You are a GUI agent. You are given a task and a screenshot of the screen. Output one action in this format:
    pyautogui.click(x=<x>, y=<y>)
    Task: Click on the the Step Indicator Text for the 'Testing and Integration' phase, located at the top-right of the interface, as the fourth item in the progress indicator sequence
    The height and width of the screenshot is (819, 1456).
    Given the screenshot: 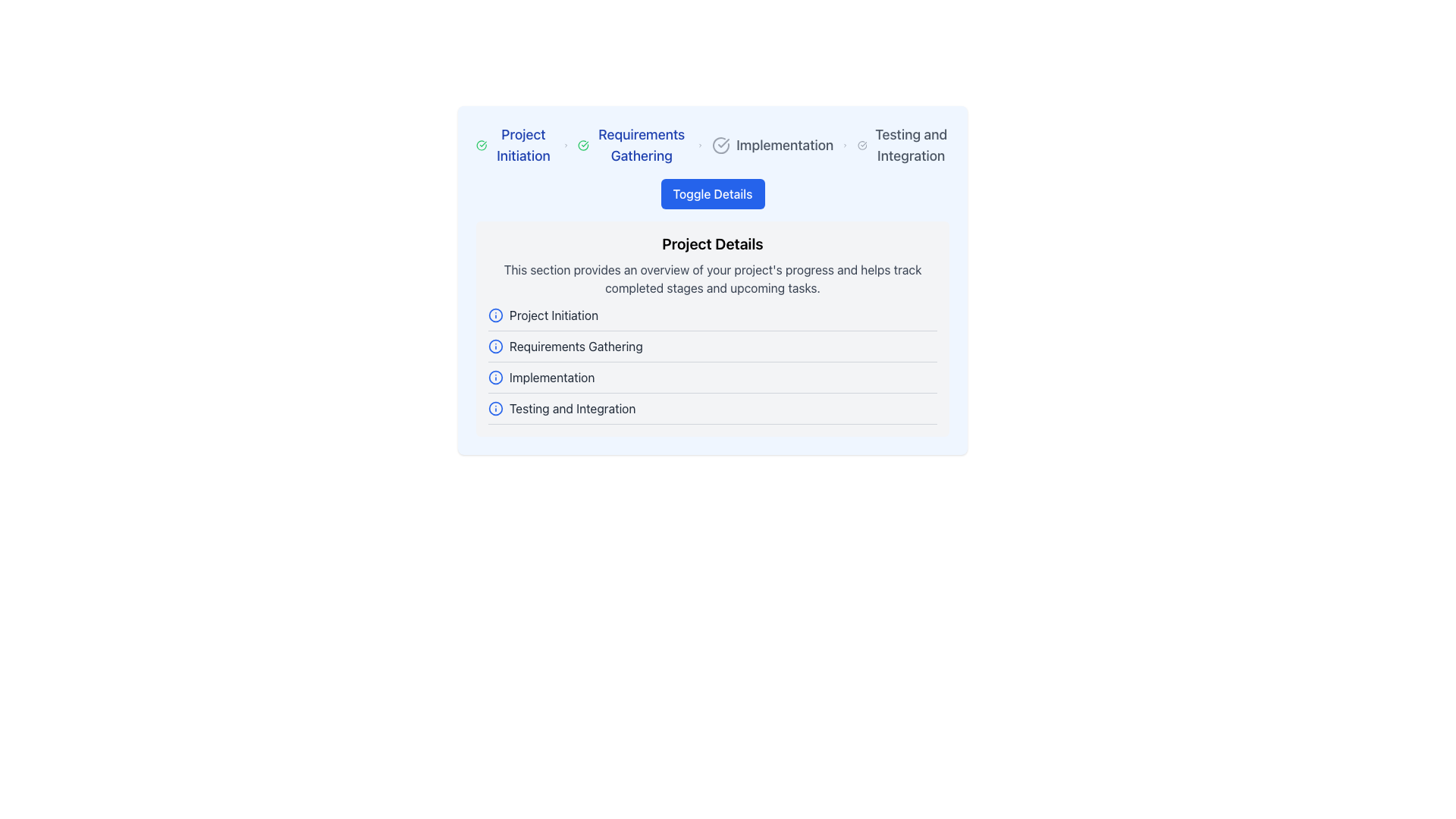 What is the action you would take?
    pyautogui.click(x=903, y=146)
    